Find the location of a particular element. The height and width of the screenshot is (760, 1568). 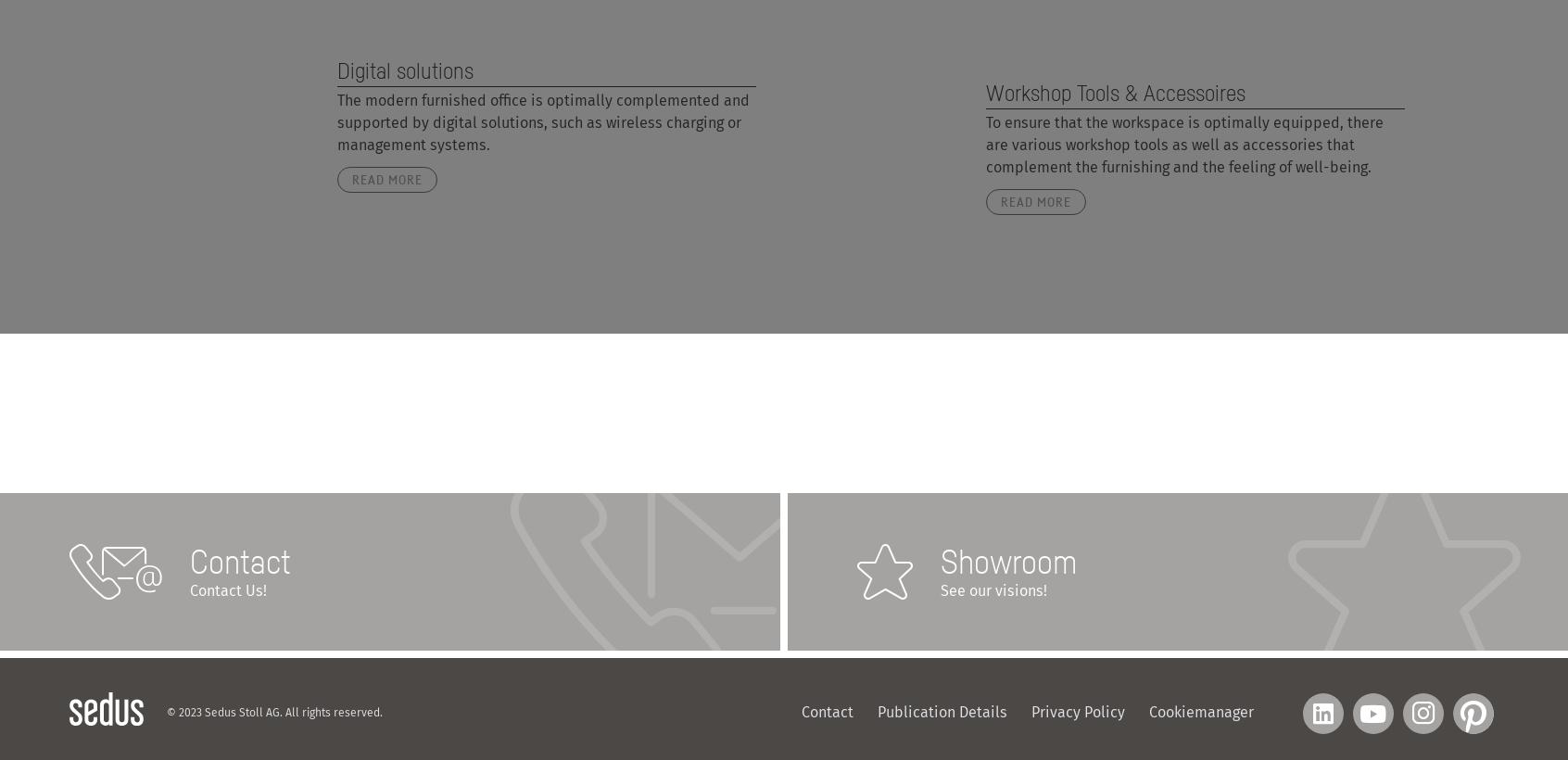

'The modern furnished office is optimally complemented and supported by digital solutions, such as wireless charging or management systems.' is located at coordinates (335, 122).